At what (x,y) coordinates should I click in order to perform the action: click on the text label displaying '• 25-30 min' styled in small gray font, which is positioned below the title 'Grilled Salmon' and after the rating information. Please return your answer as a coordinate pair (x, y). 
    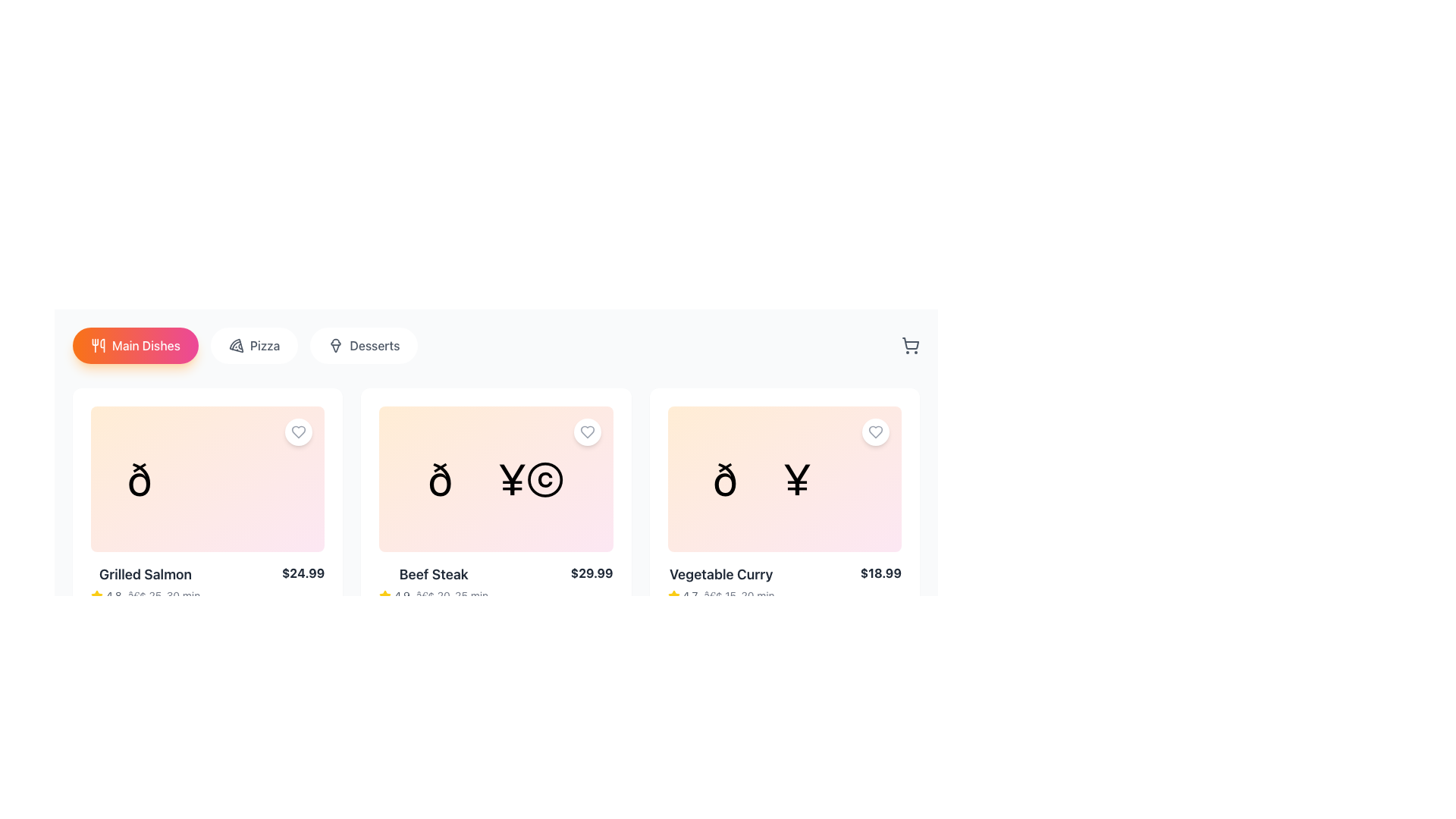
    Looking at the image, I should click on (164, 595).